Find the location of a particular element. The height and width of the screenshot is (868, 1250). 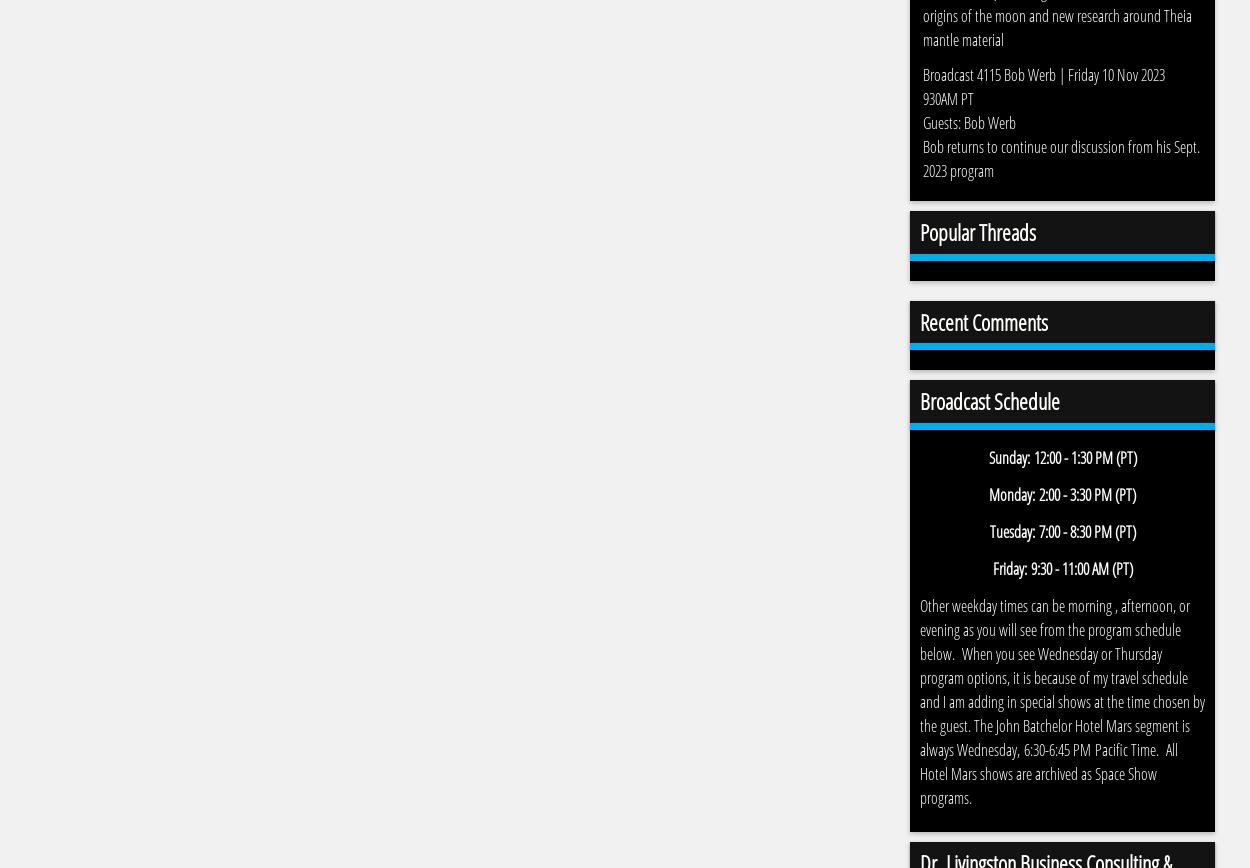

'Guests:' is located at coordinates (922, 122).